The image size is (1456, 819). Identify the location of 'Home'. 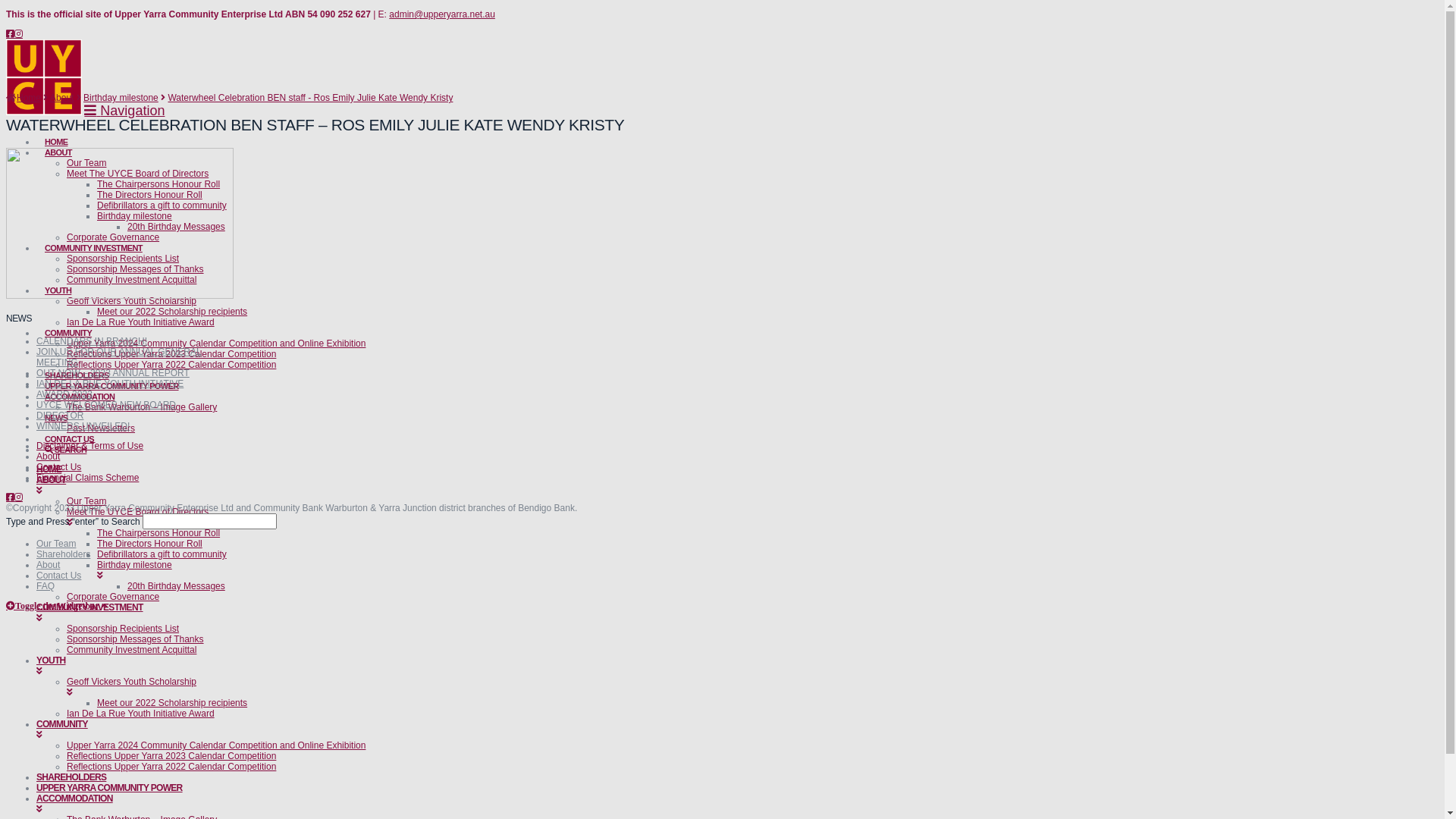
(23, 97).